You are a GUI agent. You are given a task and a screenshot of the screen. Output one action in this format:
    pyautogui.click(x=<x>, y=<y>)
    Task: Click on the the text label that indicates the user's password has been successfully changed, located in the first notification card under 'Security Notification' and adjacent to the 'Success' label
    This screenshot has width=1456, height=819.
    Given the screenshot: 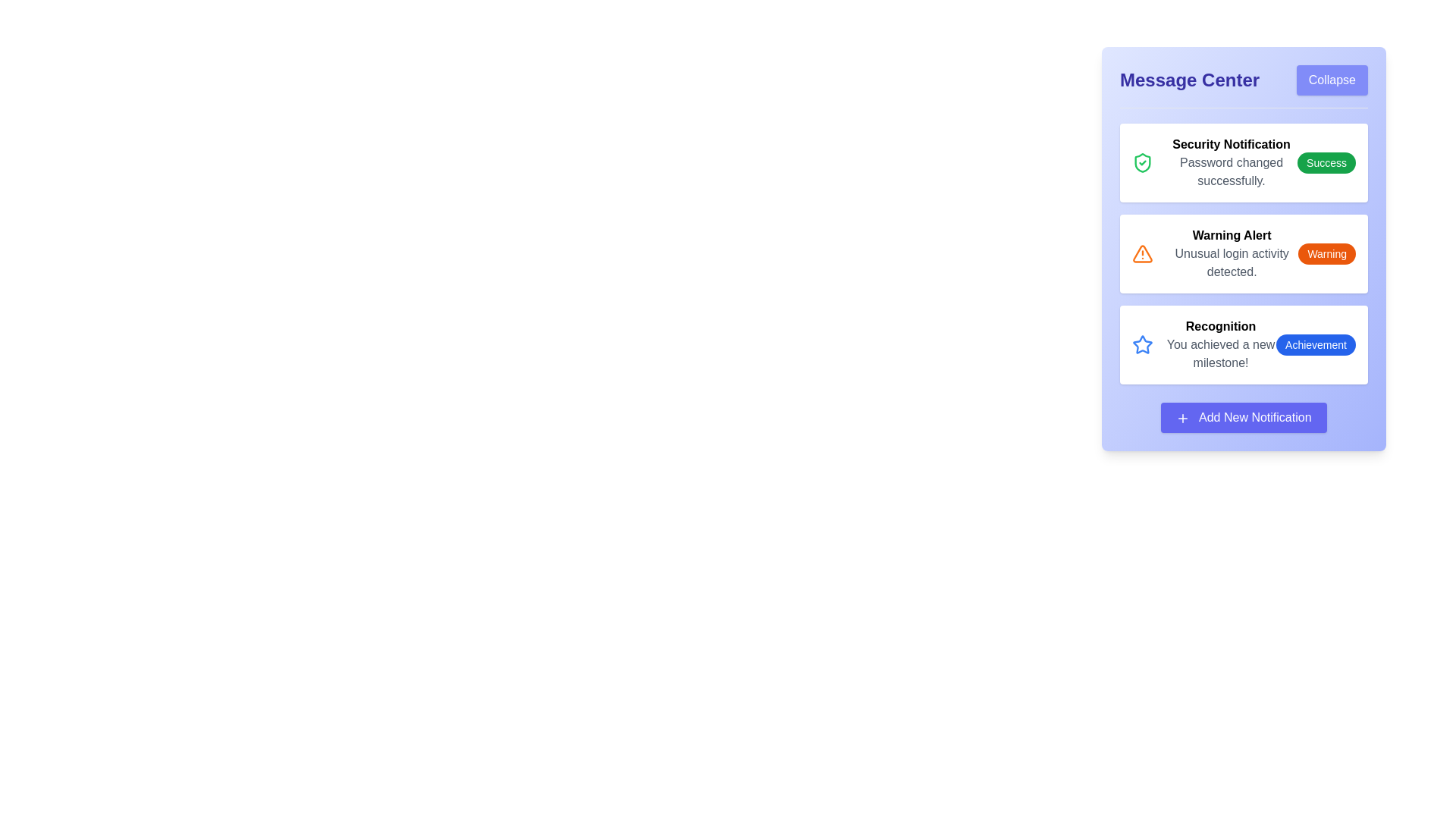 What is the action you would take?
    pyautogui.click(x=1232, y=171)
    